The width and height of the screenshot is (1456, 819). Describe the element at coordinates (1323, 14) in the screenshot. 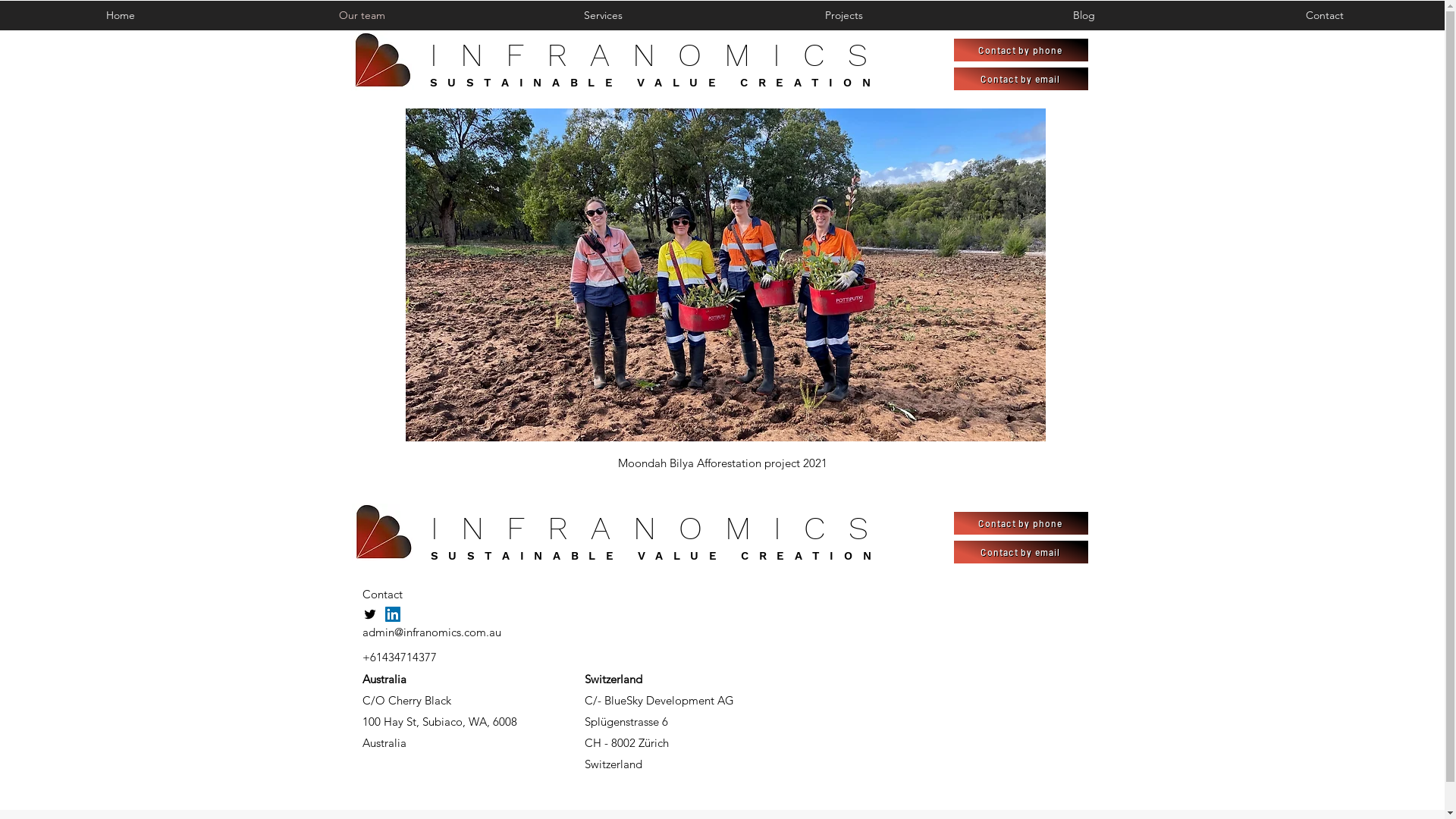

I see `'Contact'` at that location.